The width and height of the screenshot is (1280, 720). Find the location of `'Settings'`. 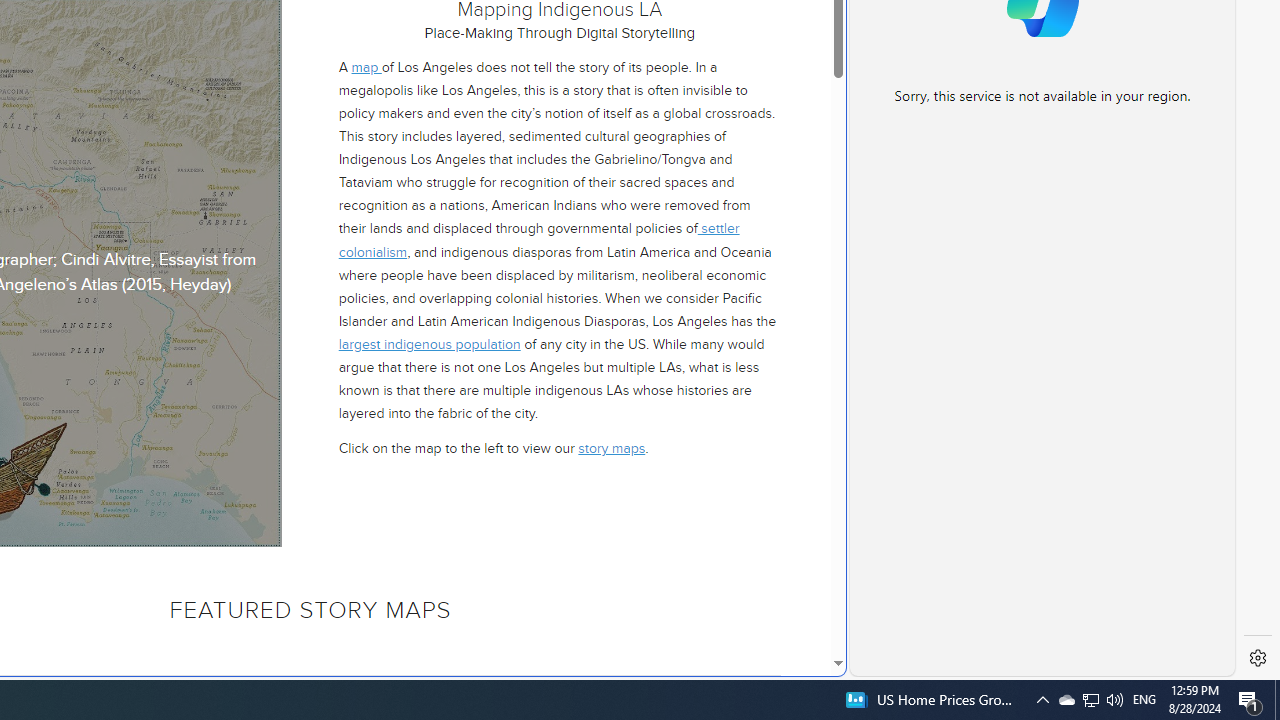

'Settings' is located at coordinates (1257, 658).